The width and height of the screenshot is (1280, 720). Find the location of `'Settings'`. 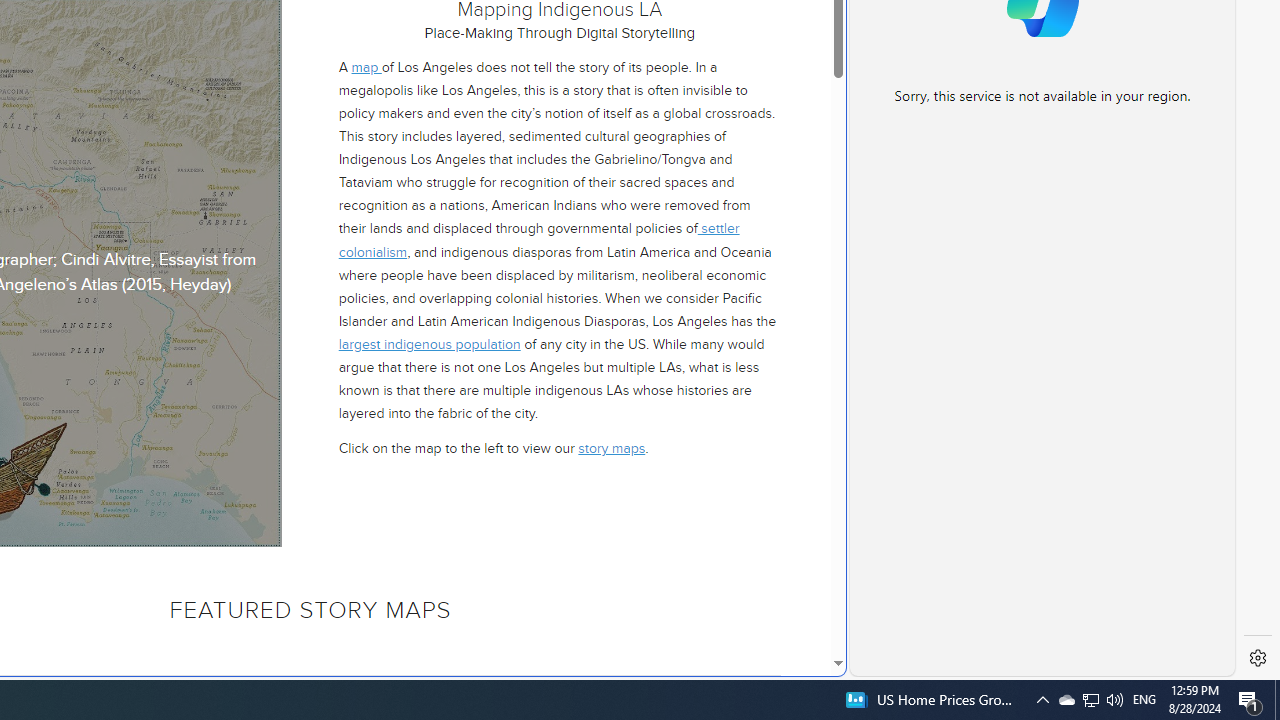

'Settings' is located at coordinates (1257, 658).